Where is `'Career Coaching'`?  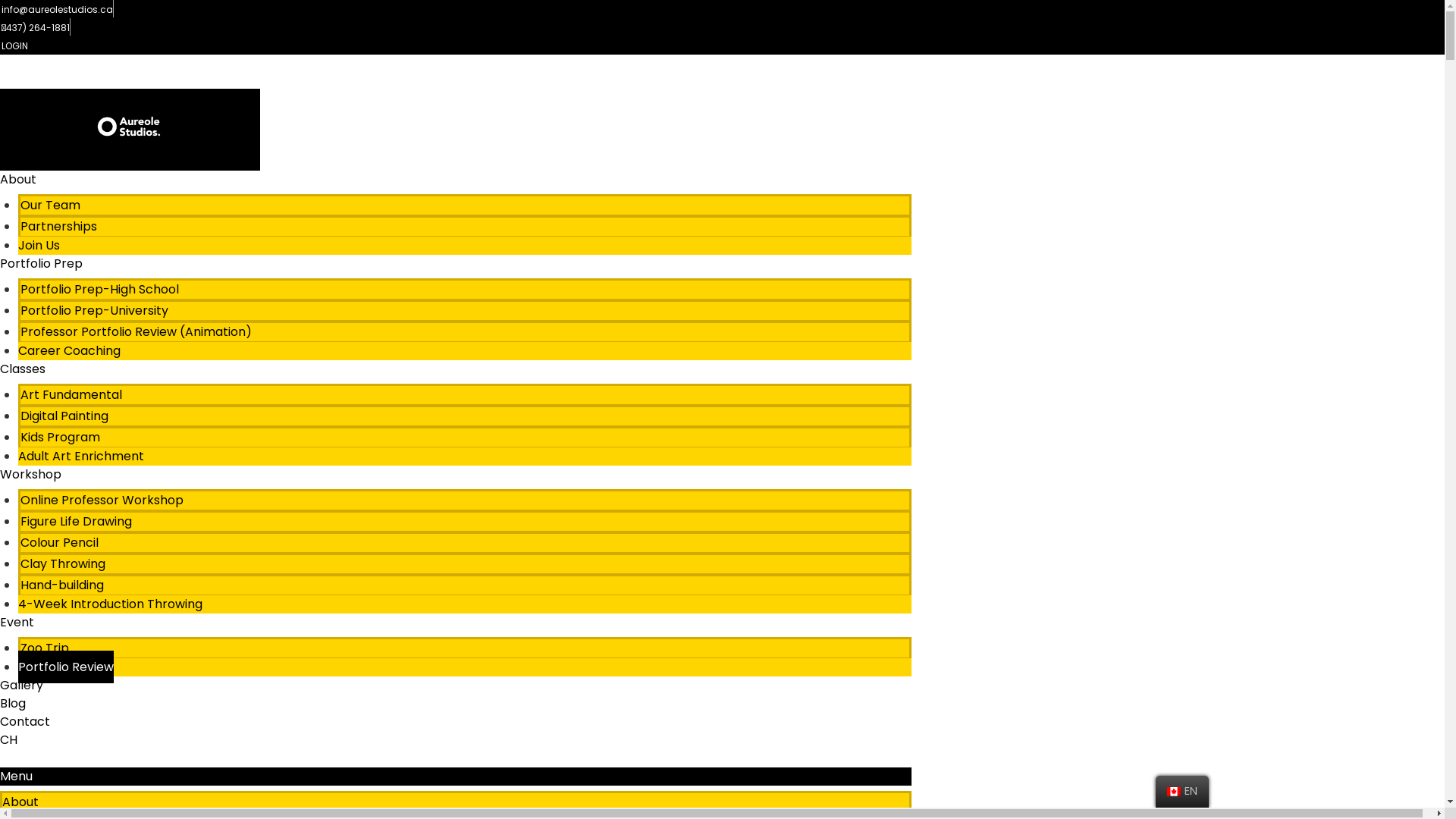 'Career Coaching' is located at coordinates (68, 350).